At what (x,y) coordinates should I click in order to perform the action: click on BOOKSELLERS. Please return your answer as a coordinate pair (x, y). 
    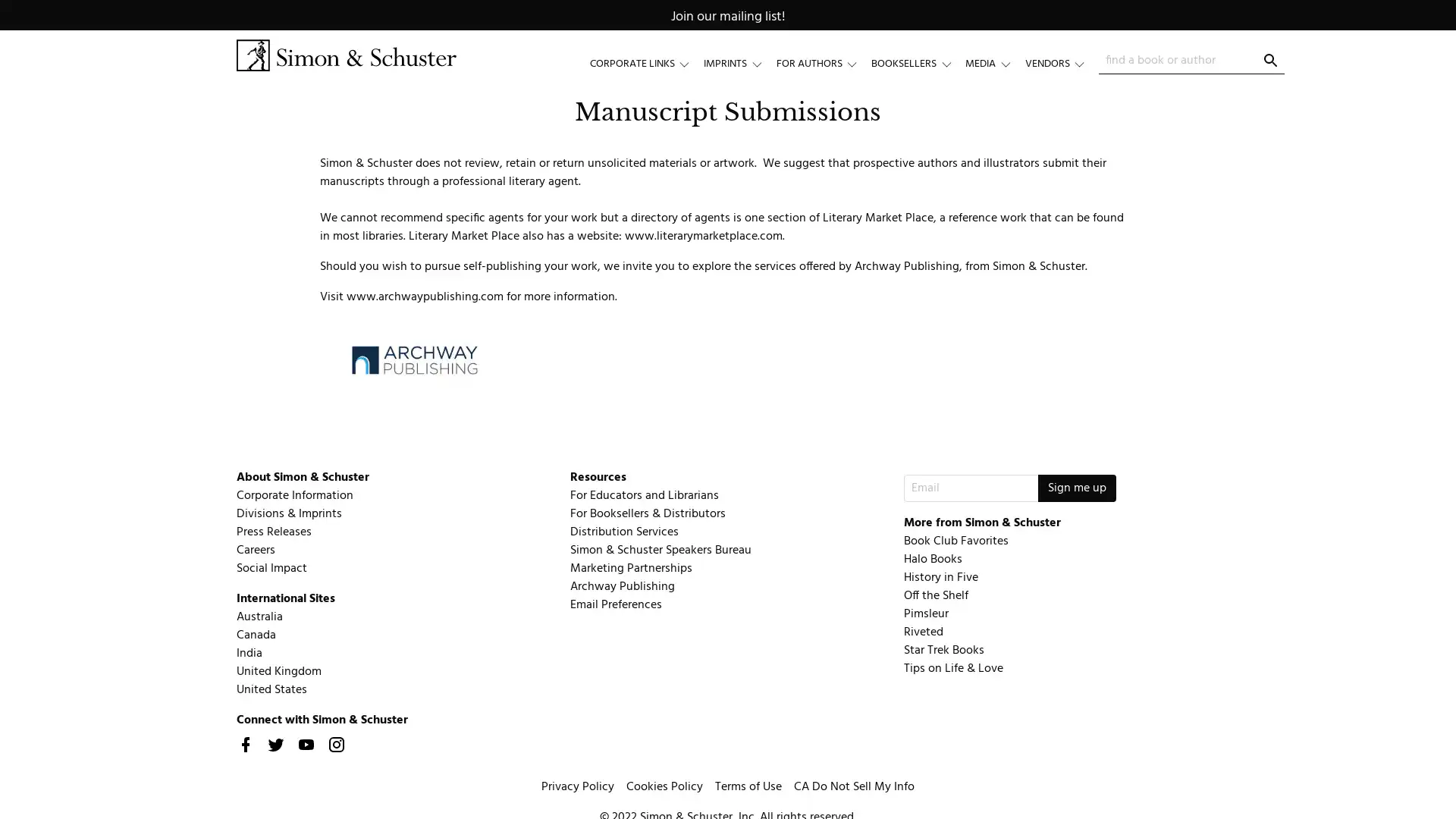
    Looking at the image, I should click on (917, 63).